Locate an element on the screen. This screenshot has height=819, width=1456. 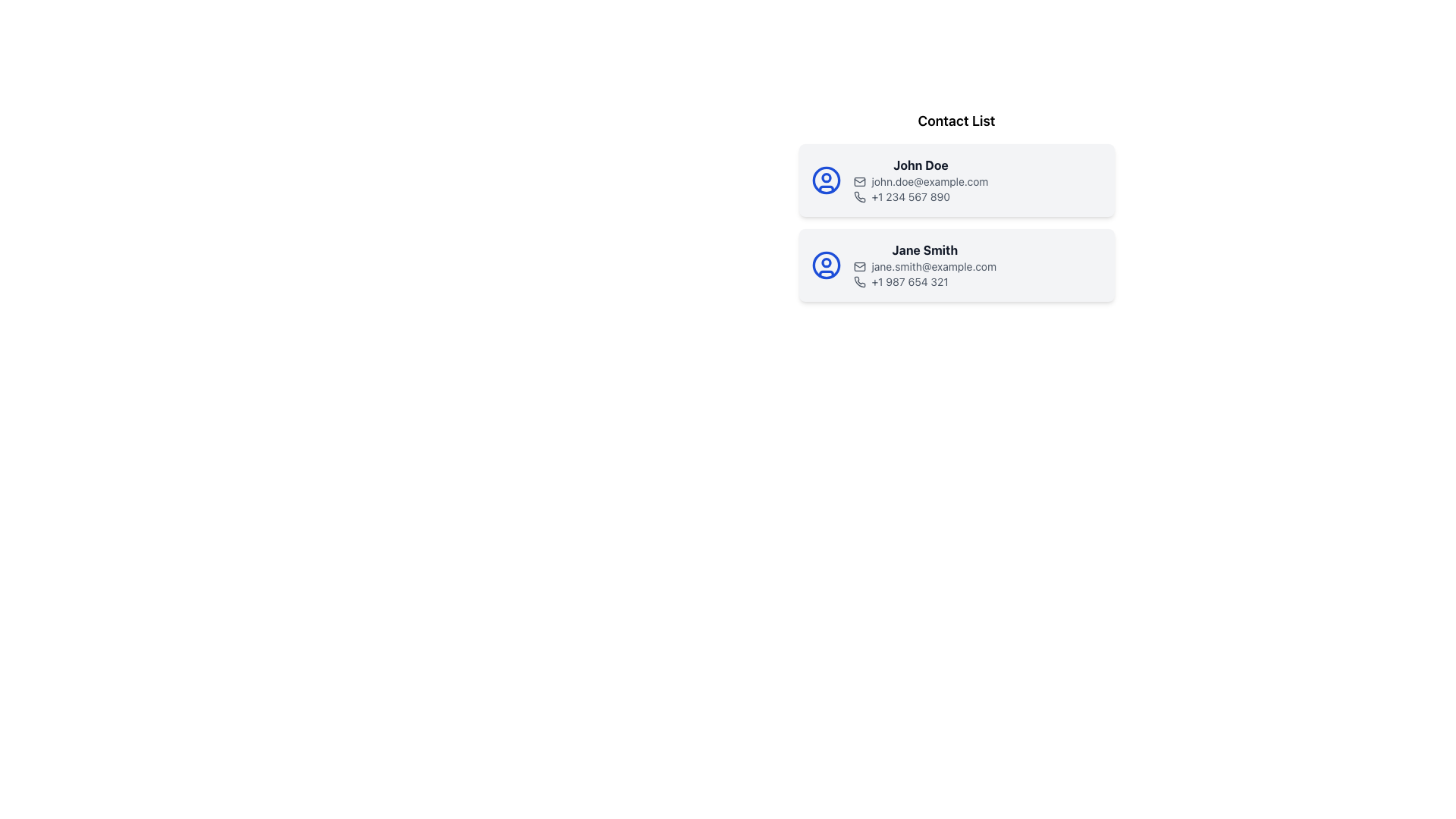
the Information Block displaying contact details for 'Jane Smith' is located at coordinates (924, 265).